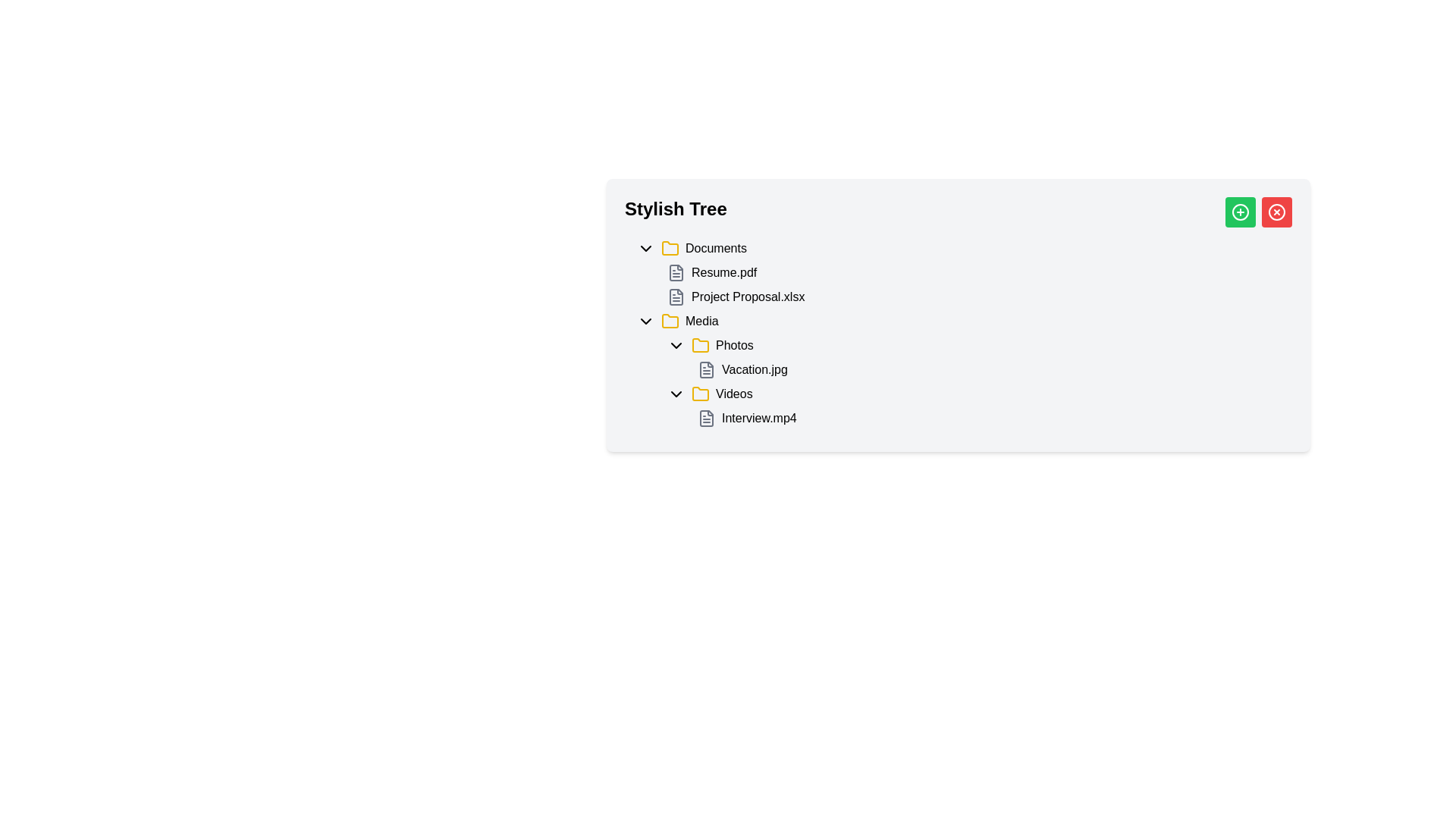 The width and height of the screenshot is (1456, 819). Describe the element at coordinates (676, 297) in the screenshot. I see `the File icon representing a document located adjacent to 'Resume.pdf' under the 'Documents' folder in the tree interface` at that location.